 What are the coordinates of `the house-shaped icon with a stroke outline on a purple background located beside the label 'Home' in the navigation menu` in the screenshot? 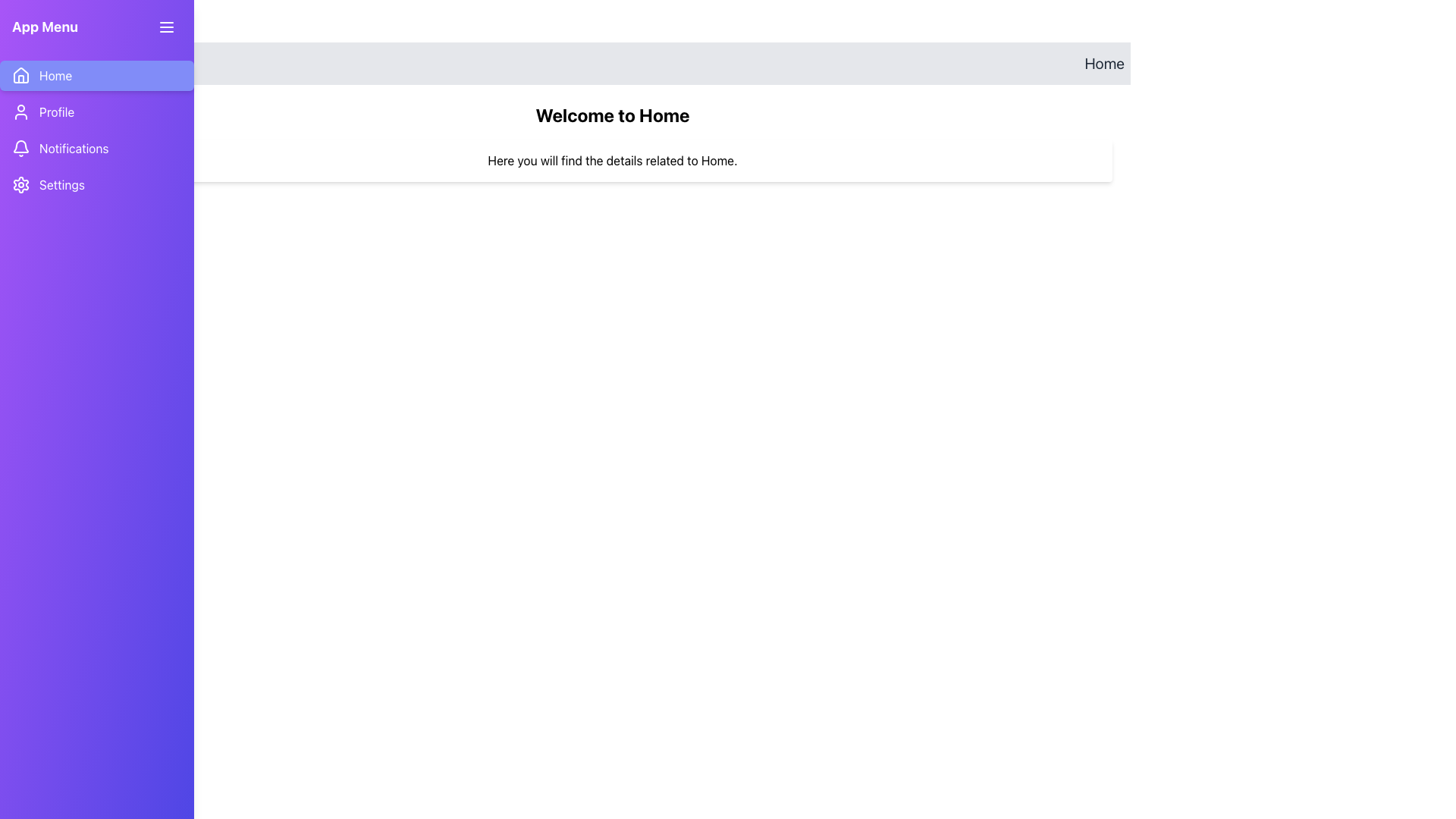 It's located at (21, 76).